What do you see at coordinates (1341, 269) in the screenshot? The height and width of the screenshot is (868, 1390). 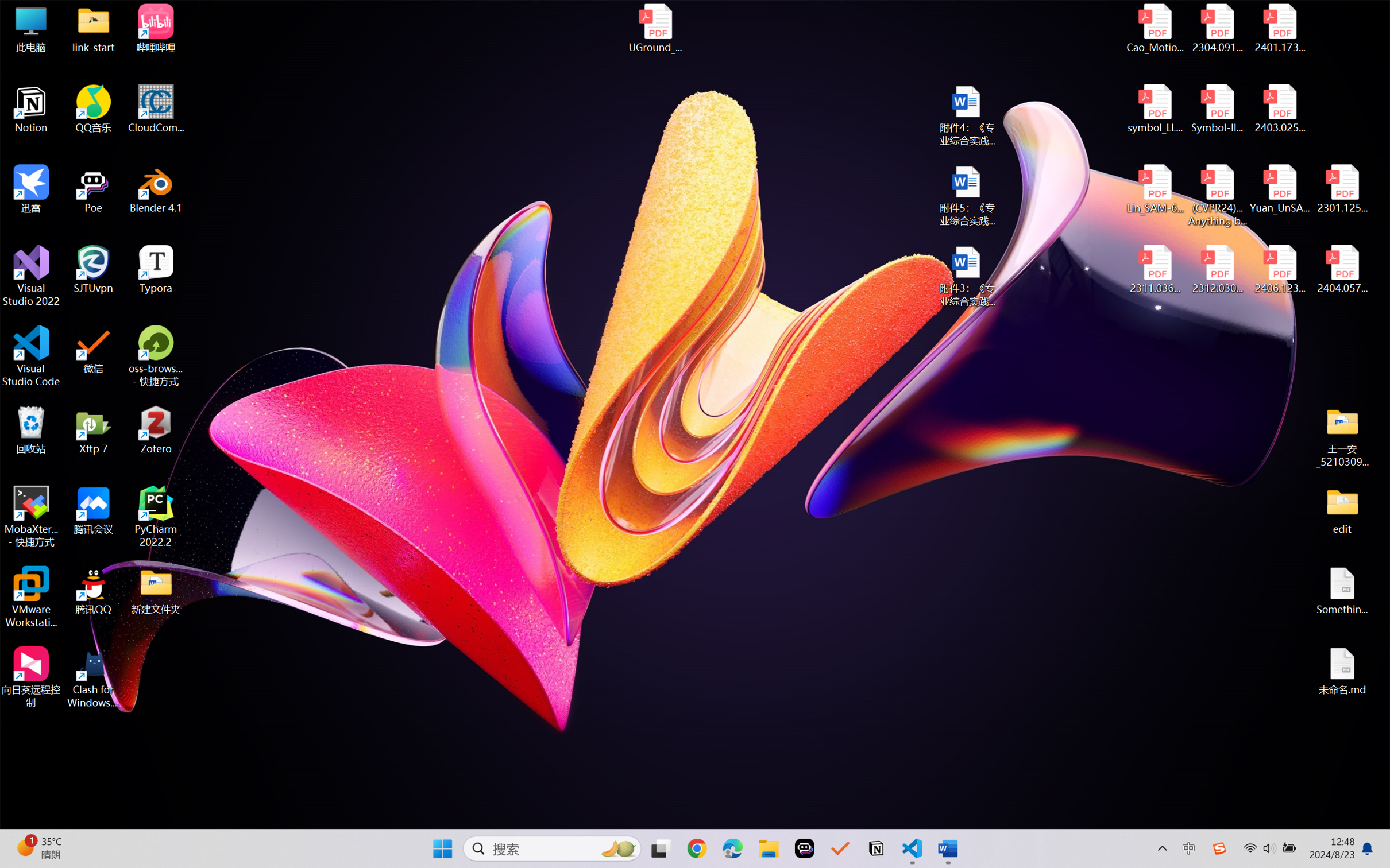 I see `'2404.05719v1.pdf'` at bounding box center [1341, 269].